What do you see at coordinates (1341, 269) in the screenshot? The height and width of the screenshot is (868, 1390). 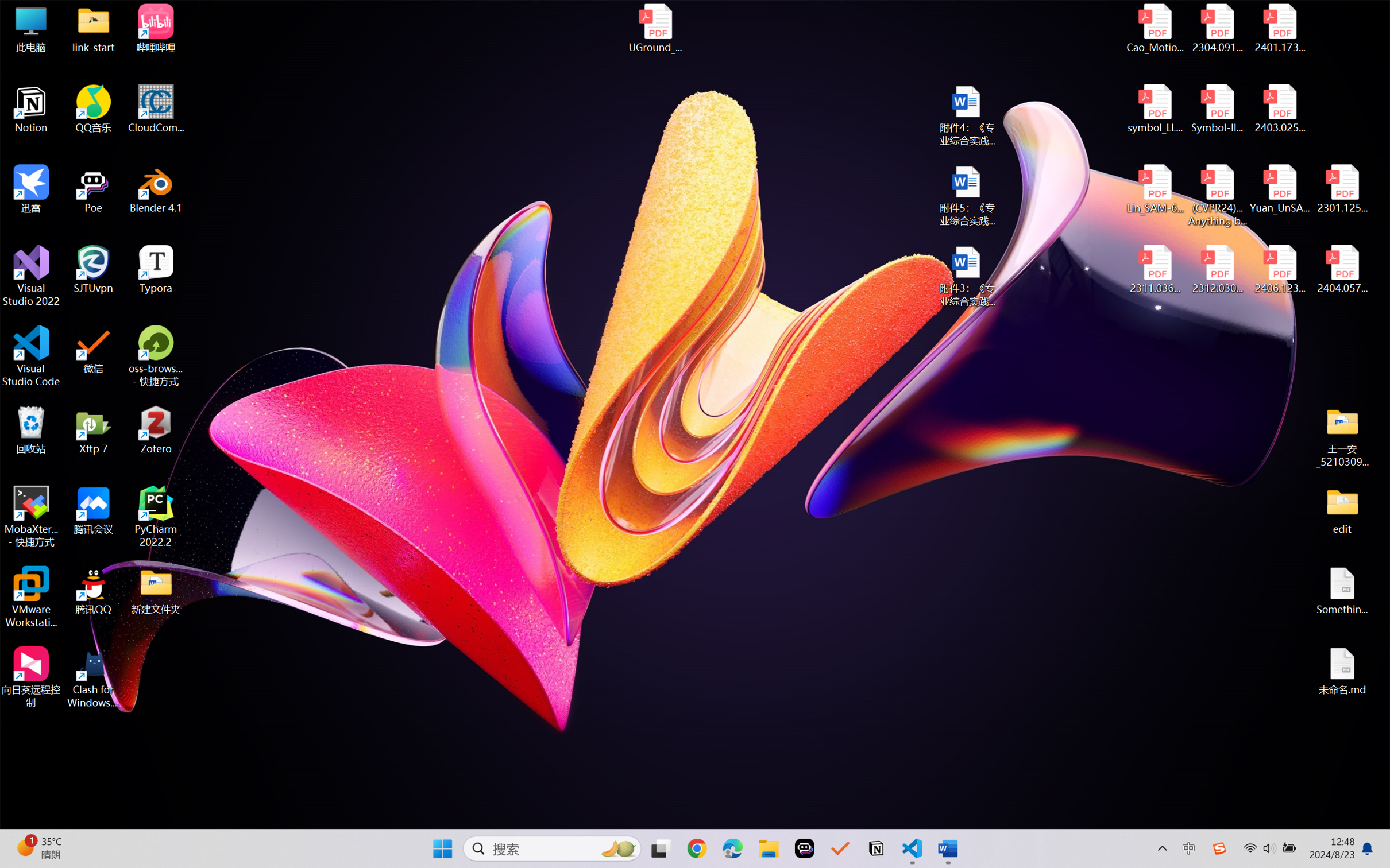 I see `'2404.05719v1.pdf'` at bounding box center [1341, 269].